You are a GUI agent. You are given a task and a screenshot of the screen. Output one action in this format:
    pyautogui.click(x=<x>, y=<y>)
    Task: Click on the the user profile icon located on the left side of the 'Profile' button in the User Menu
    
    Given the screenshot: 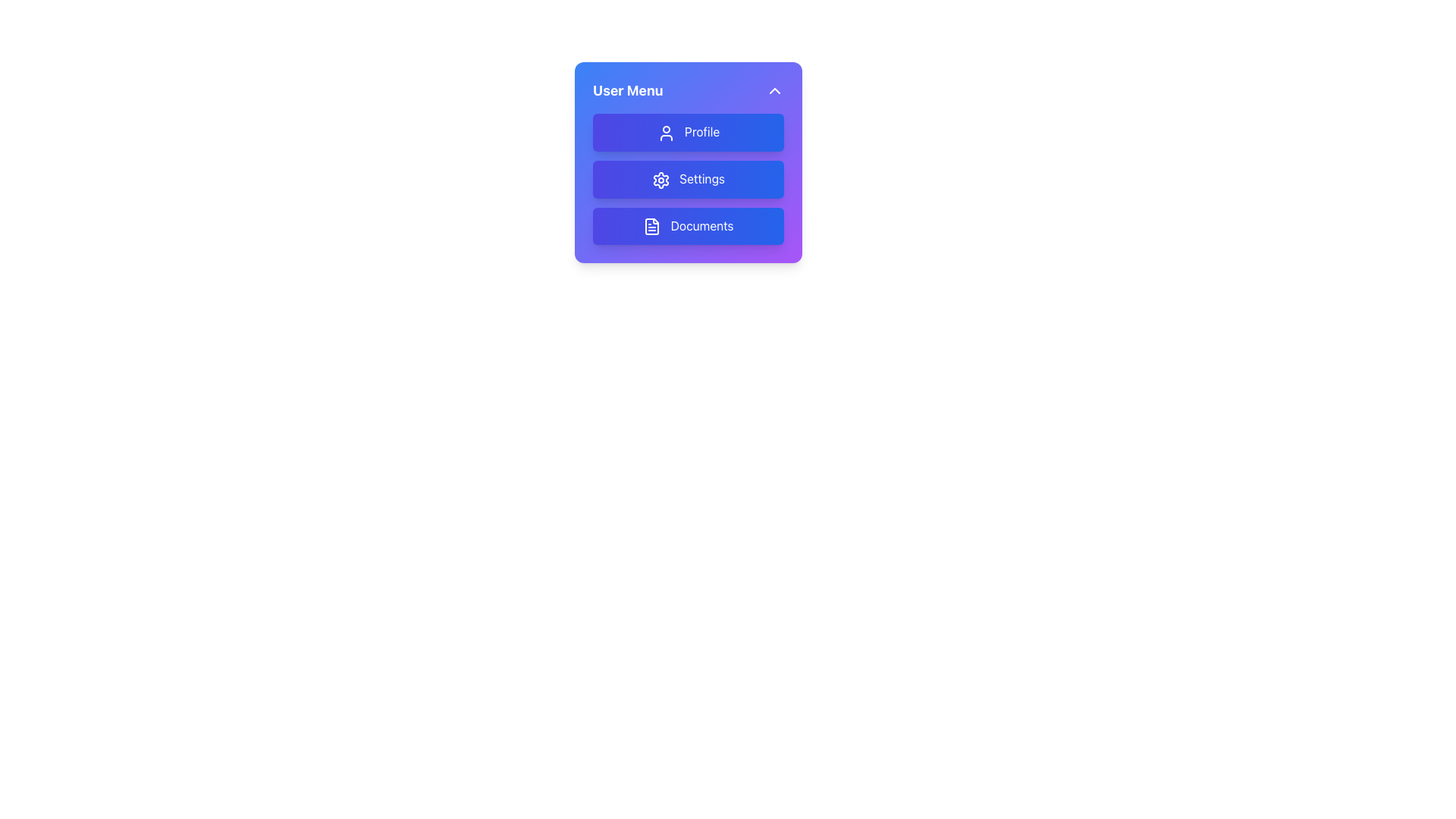 What is the action you would take?
    pyautogui.click(x=666, y=132)
    